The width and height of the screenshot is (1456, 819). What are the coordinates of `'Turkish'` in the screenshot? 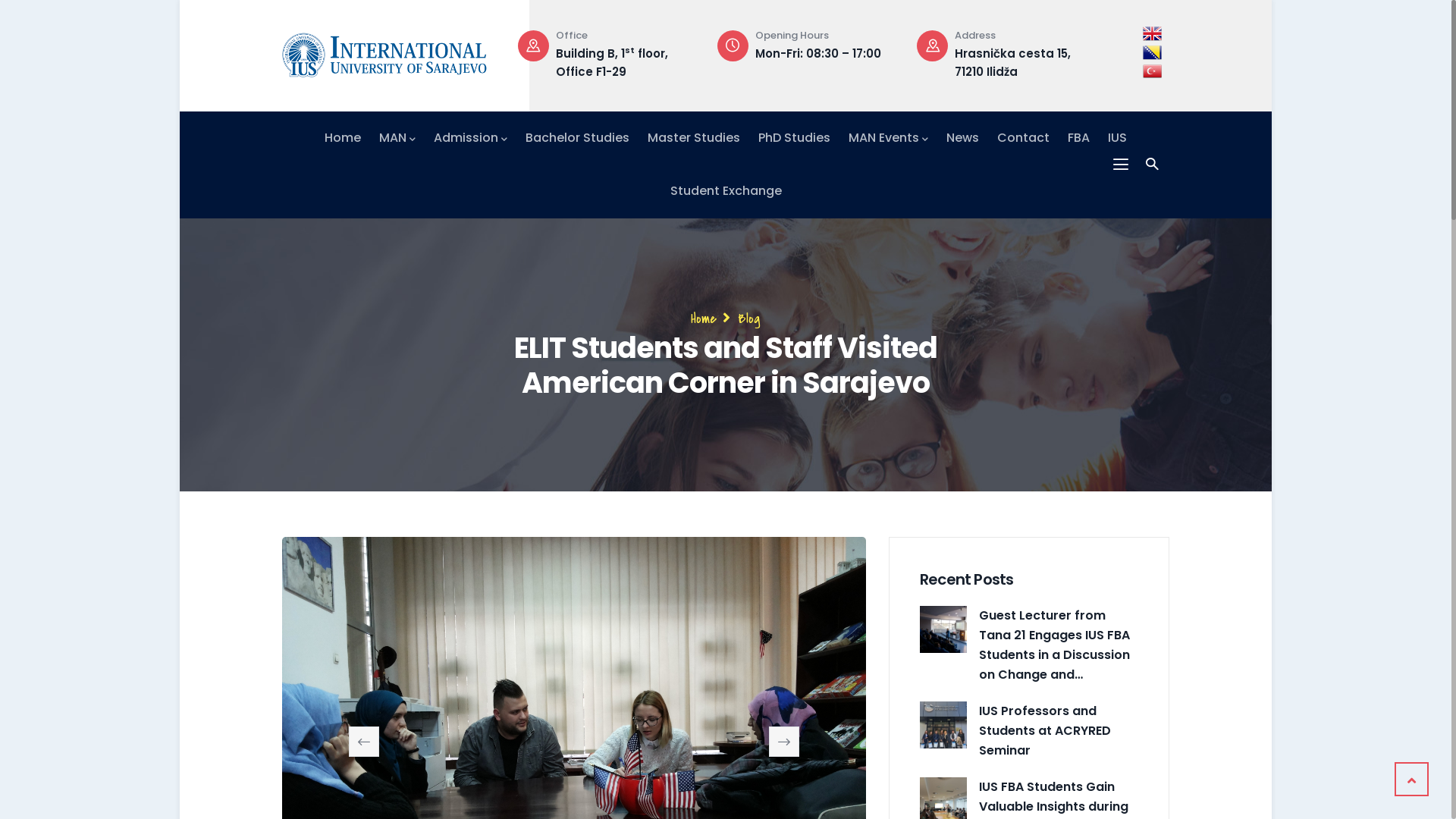 It's located at (1152, 71).